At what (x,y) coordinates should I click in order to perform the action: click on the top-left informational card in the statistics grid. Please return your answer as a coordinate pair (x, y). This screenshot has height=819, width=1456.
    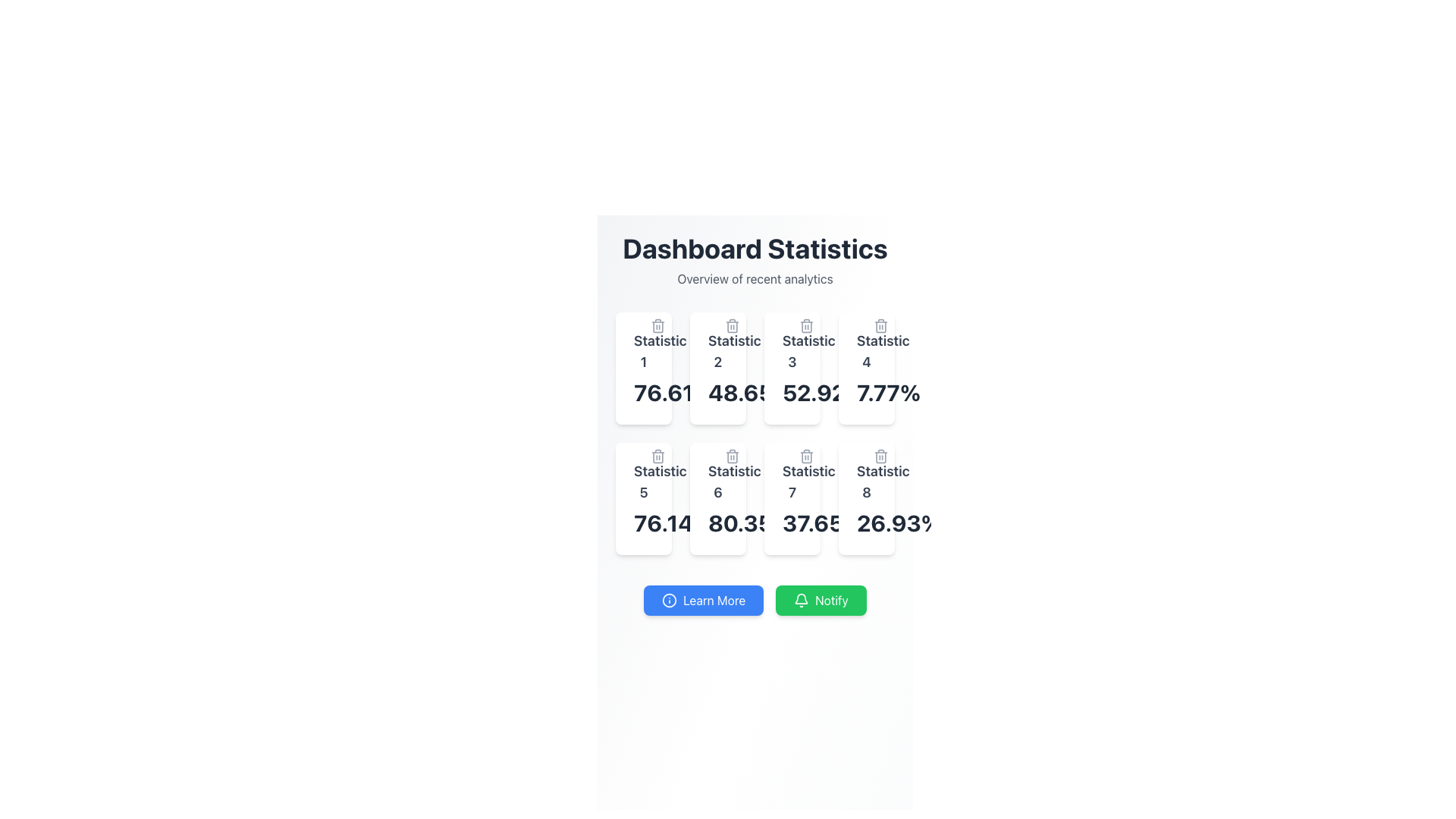
    Looking at the image, I should click on (644, 369).